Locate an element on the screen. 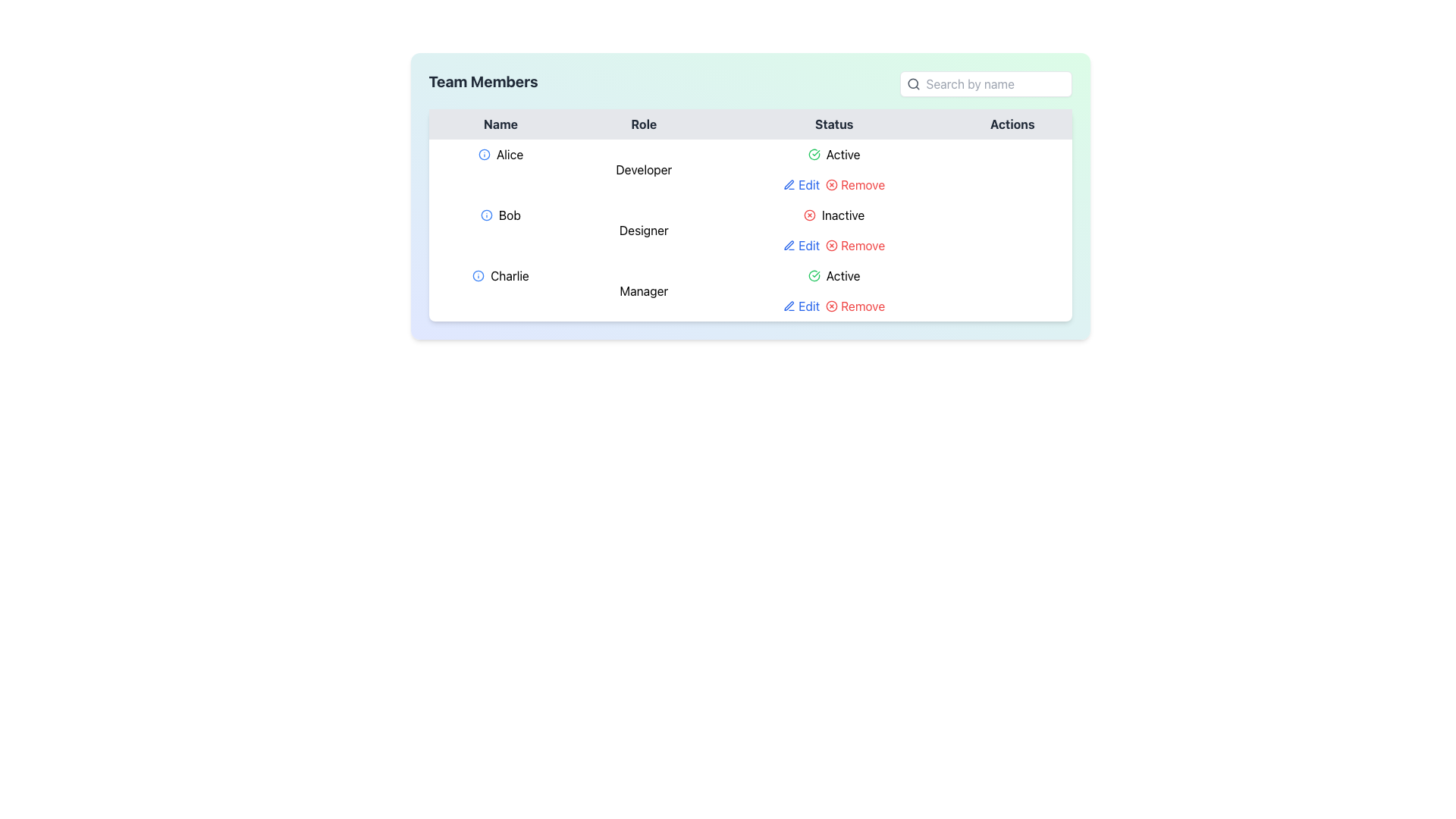  the first row element in the team member table that displays details for 'Alice' is located at coordinates (750, 169).